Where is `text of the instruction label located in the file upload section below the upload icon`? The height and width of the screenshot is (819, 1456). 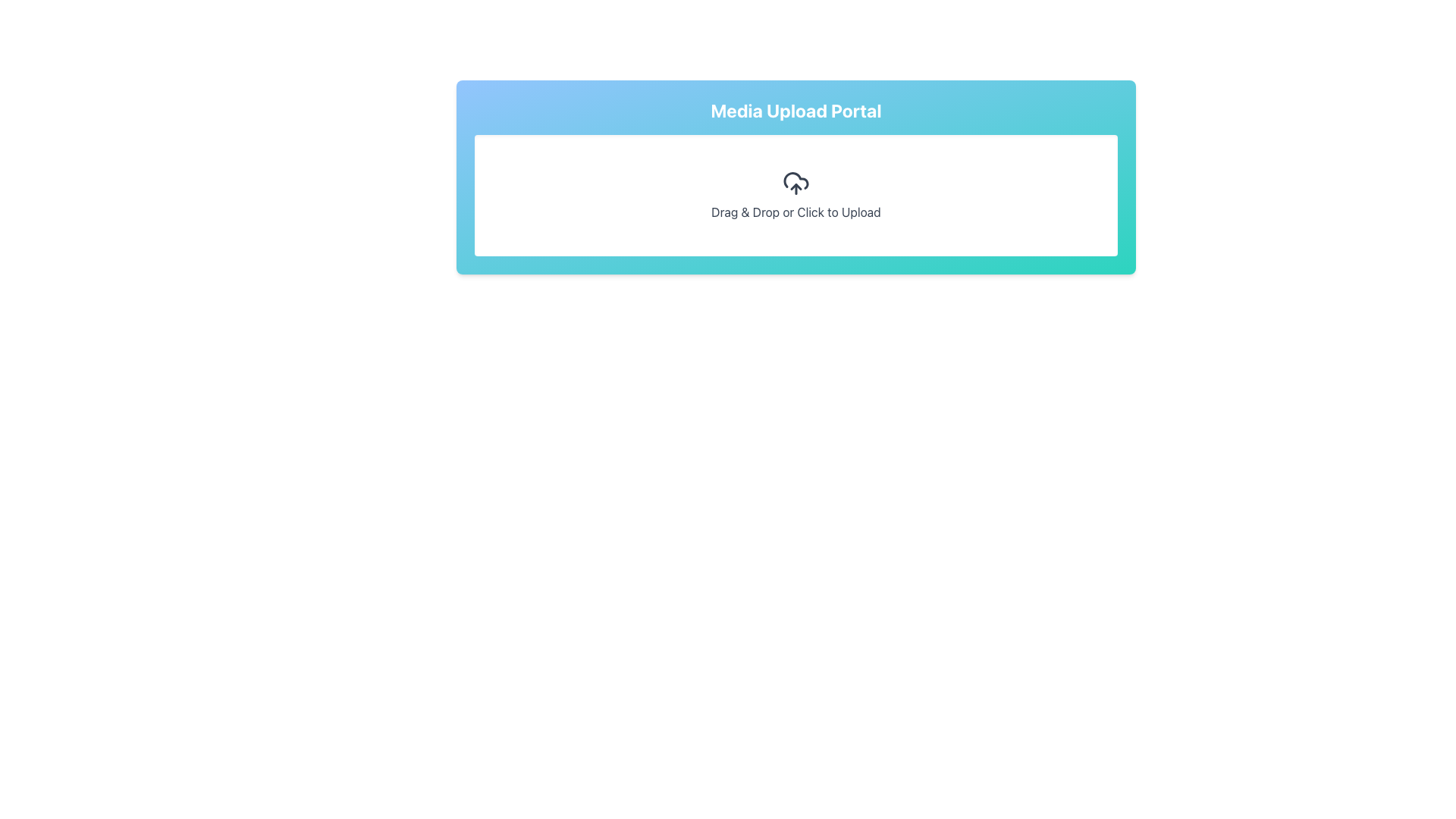 text of the instruction label located in the file upload section below the upload icon is located at coordinates (795, 212).